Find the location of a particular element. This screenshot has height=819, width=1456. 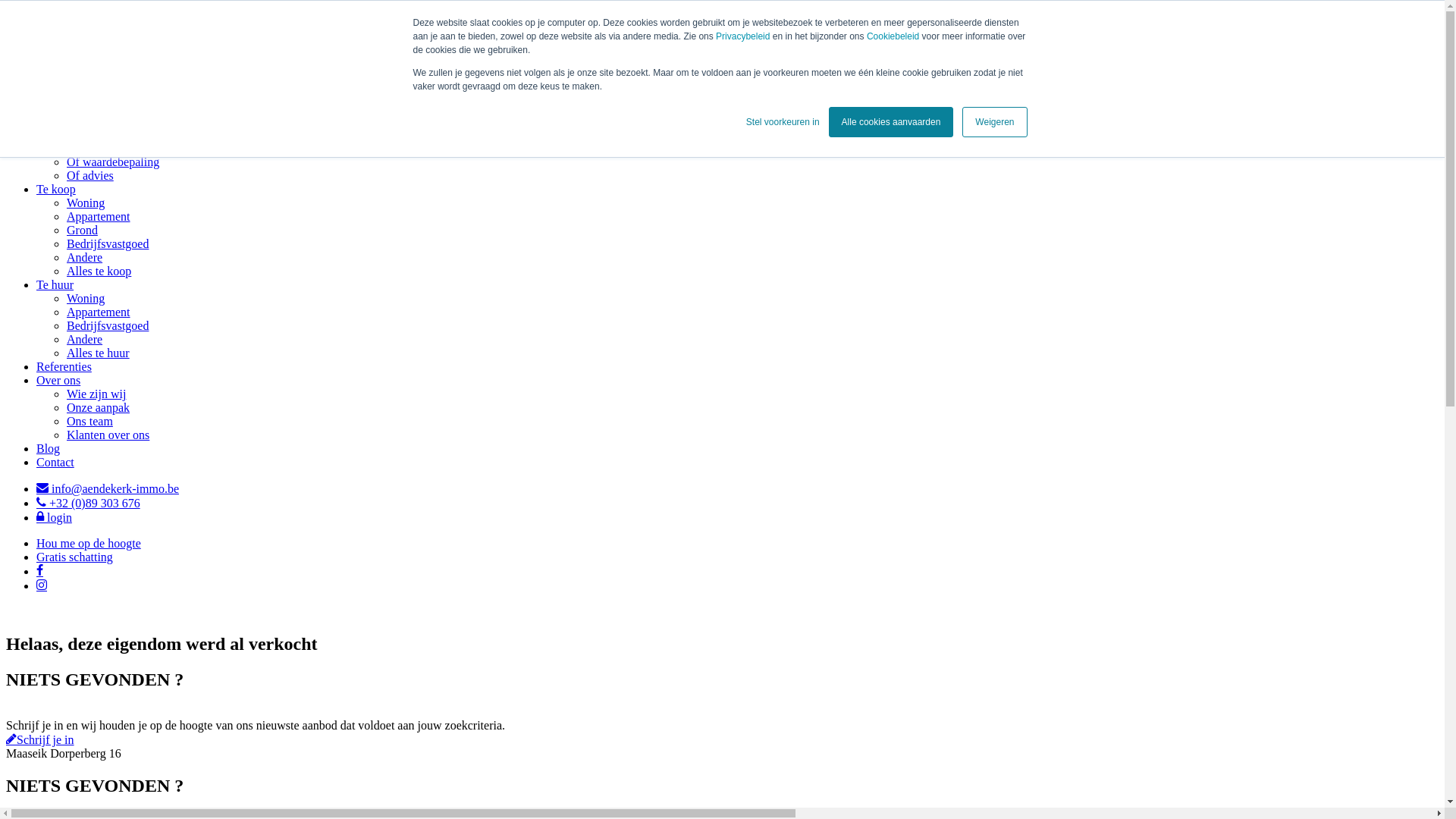

'Link homepage' is located at coordinates (83, 52).